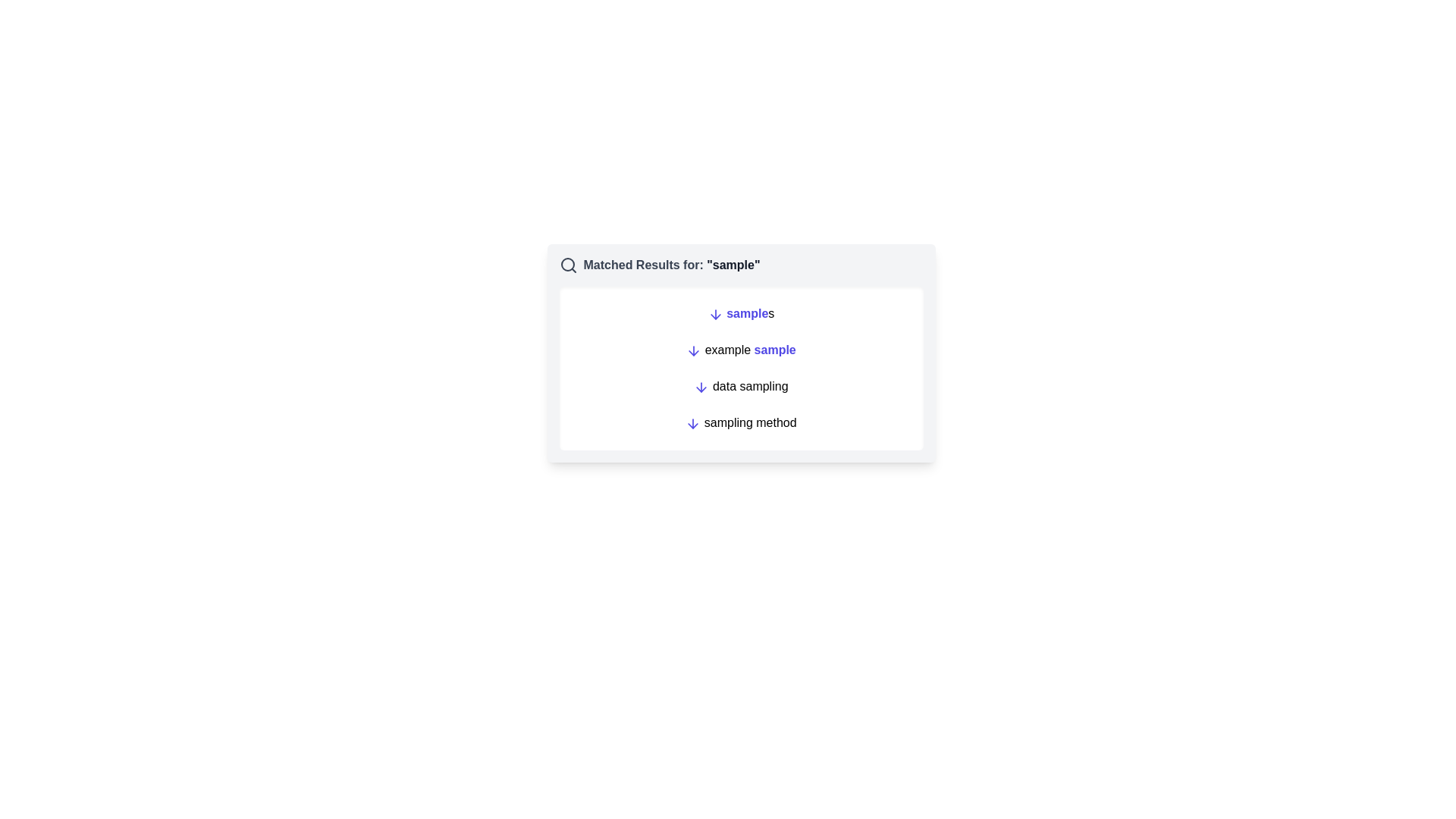 Image resolution: width=1456 pixels, height=819 pixels. Describe the element at coordinates (741, 385) in the screenshot. I see `the 'data sampling' button, which is the third option in the list, to activate its hover effect` at that location.